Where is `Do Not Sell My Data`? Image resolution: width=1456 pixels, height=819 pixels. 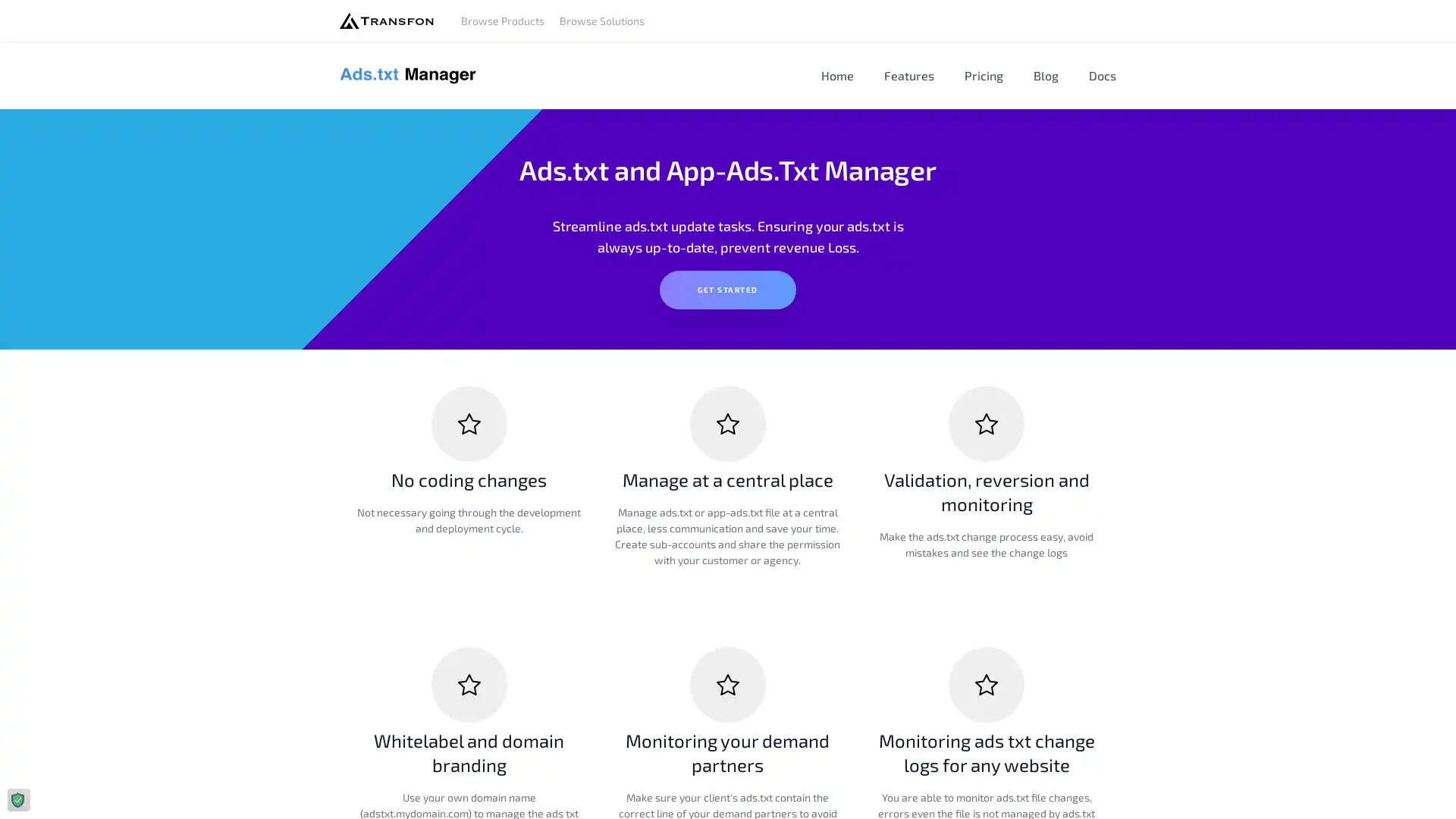 Do Not Sell My Data is located at coordinates (102, 791).